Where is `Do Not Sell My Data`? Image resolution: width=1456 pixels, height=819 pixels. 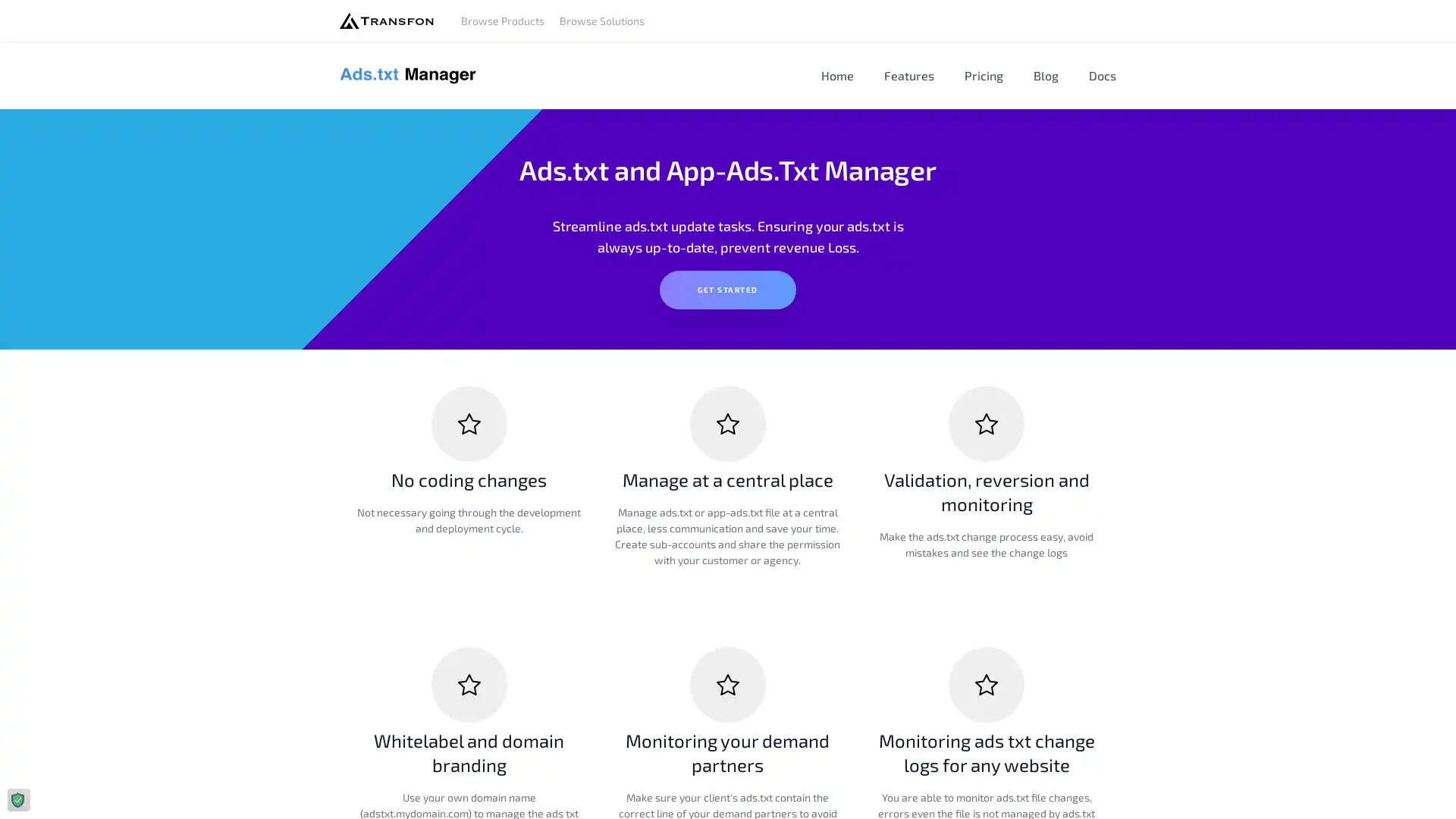 Do Not Sell My Data is located at coordinates (102, 791).